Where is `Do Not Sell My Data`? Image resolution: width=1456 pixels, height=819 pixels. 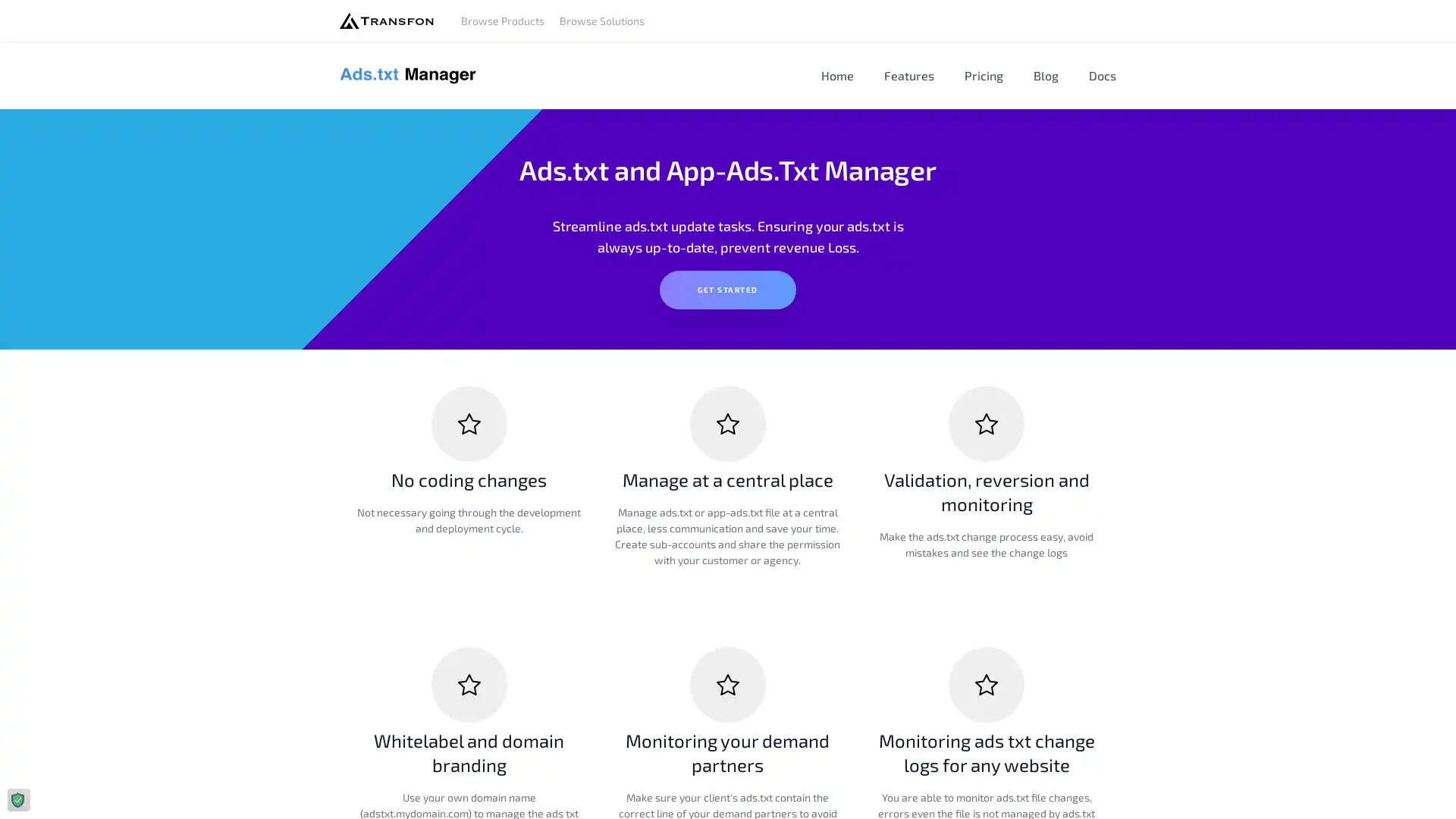 Do Not Sell My Data is located at coordinates (102, 791).